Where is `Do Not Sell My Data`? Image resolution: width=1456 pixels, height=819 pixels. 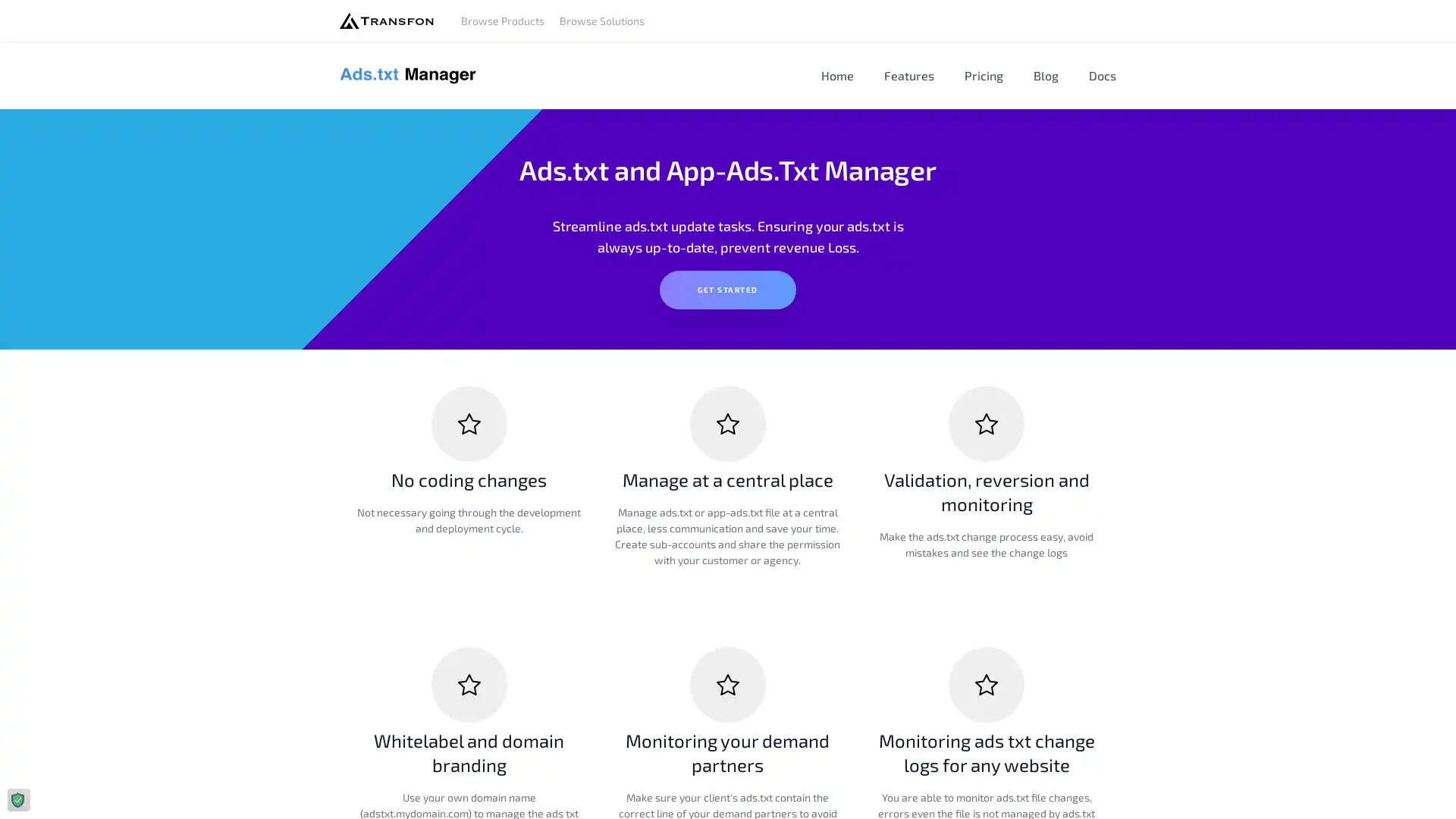 Do Not Sell My Data is located at coordinates (102, 791).